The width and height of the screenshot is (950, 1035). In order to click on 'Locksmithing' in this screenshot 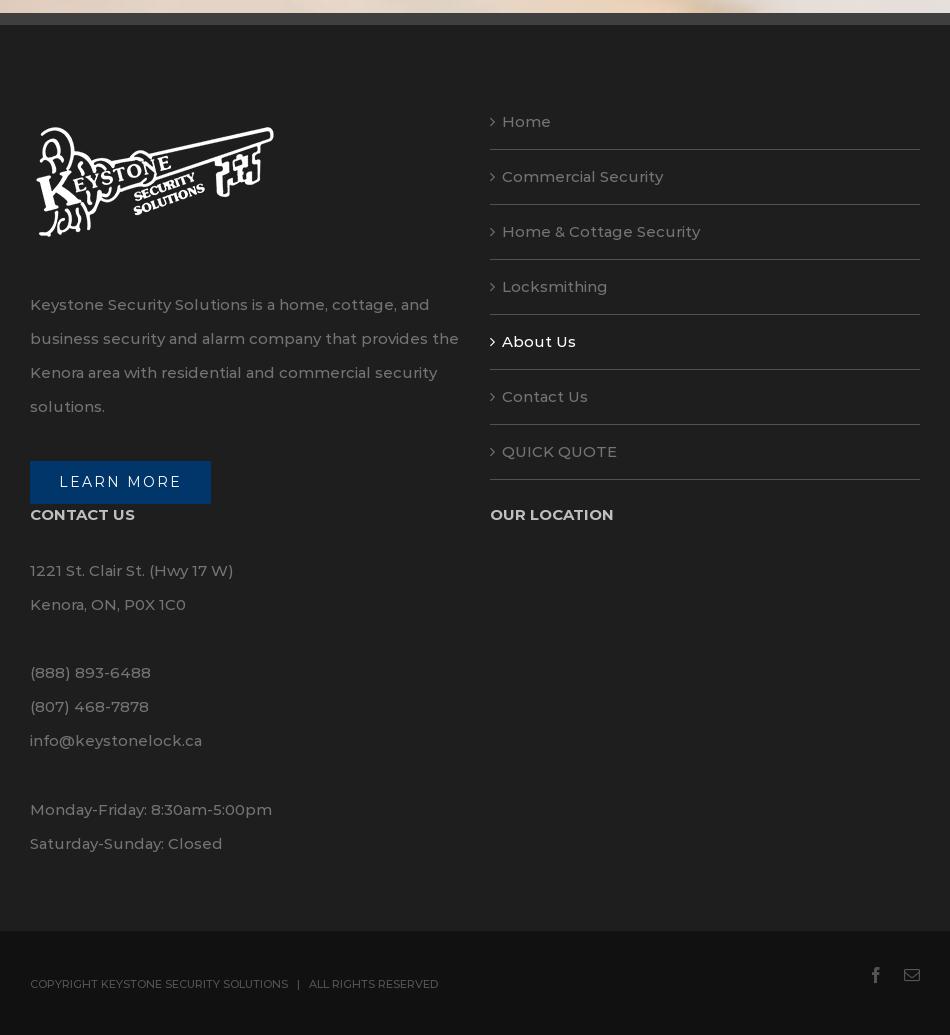, I will do `click(554, 285)`.